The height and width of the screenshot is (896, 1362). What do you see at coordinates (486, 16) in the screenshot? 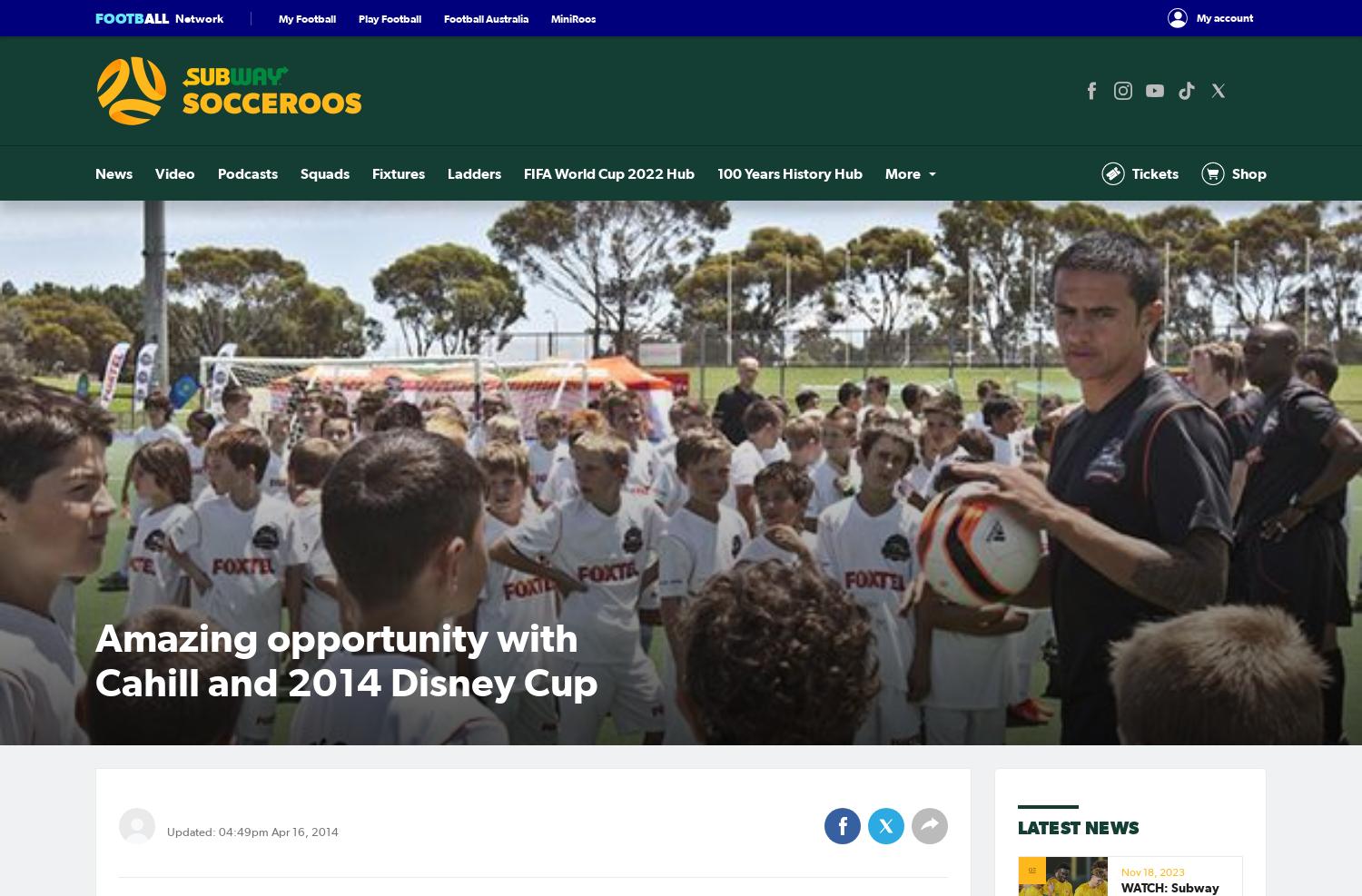
I see `'Football Australia'` at bounding box center [486, 16].